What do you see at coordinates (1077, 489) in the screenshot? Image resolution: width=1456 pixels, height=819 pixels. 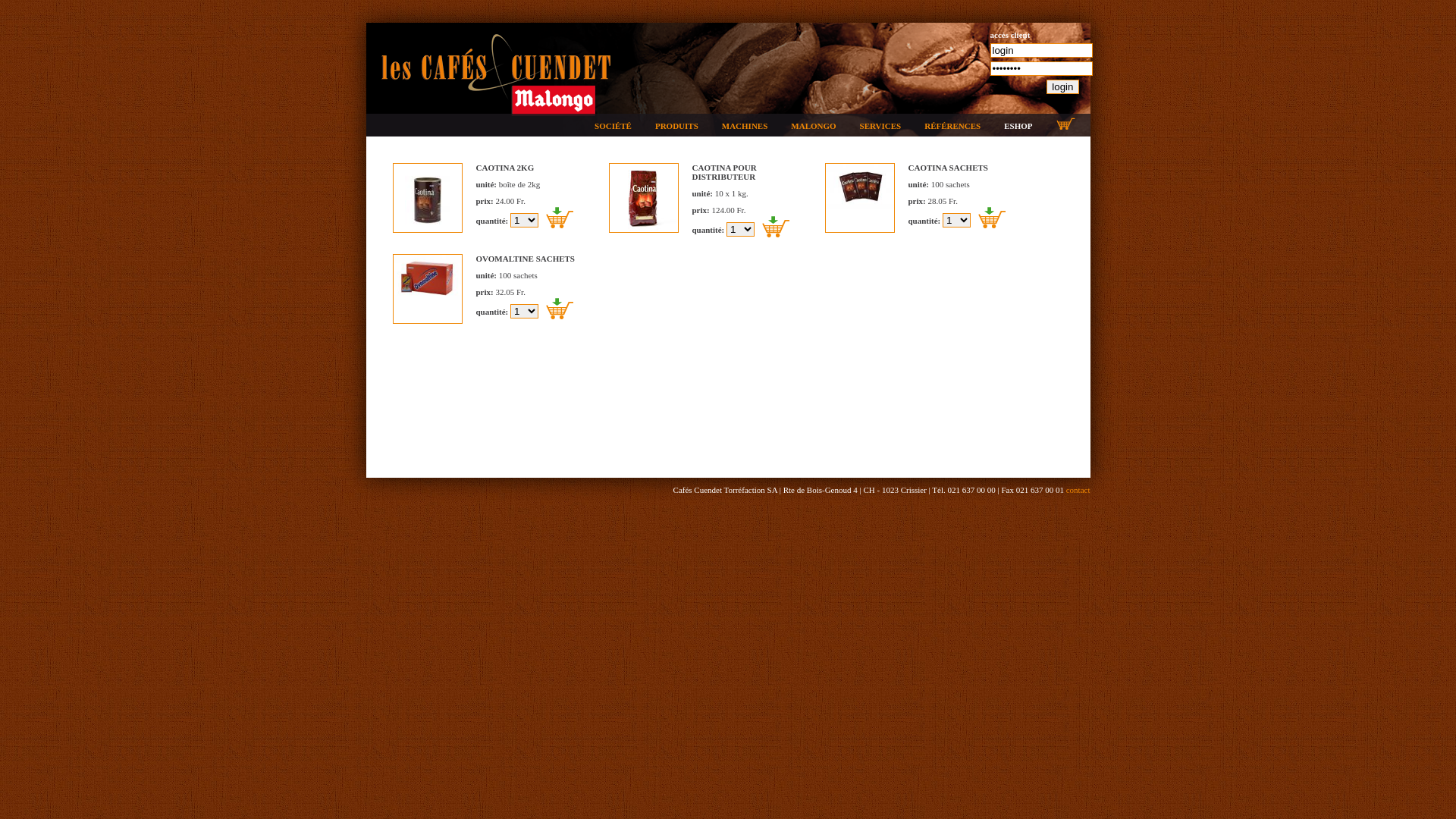 I see `'contact'` at bounding box center [1077, 489].